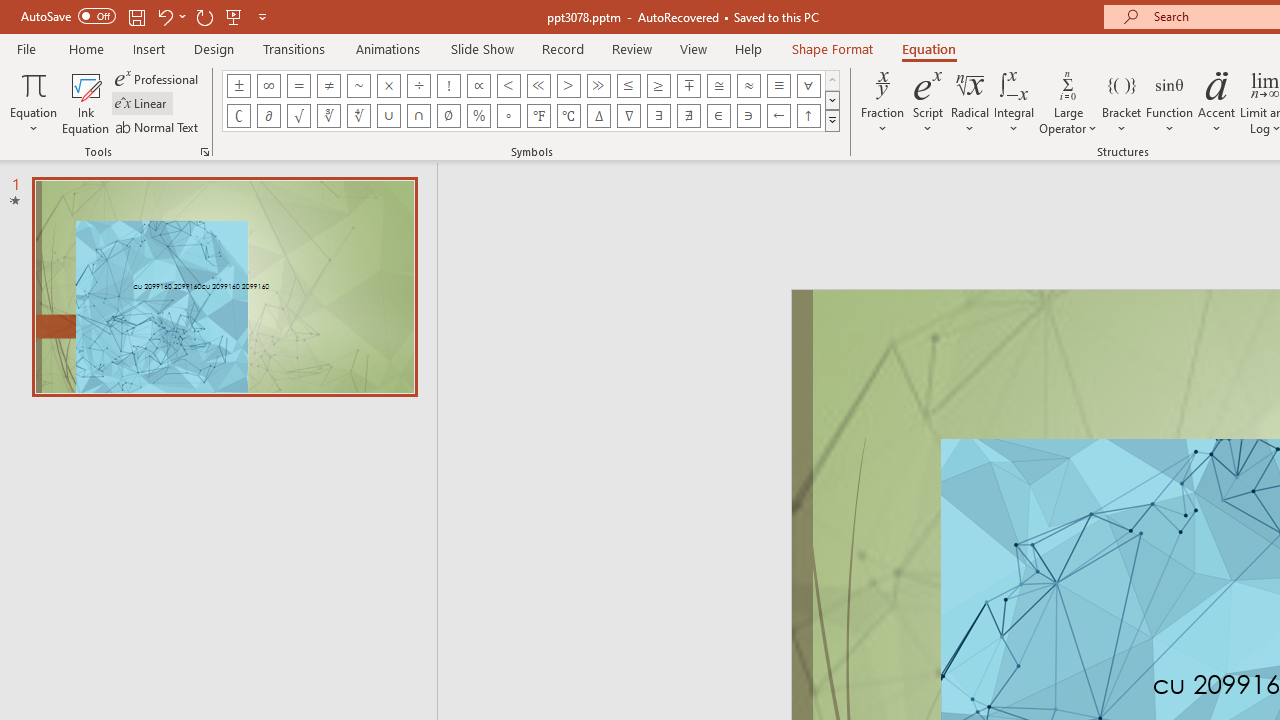  I want to click on 'Equation Symbols', so click(832, 120).